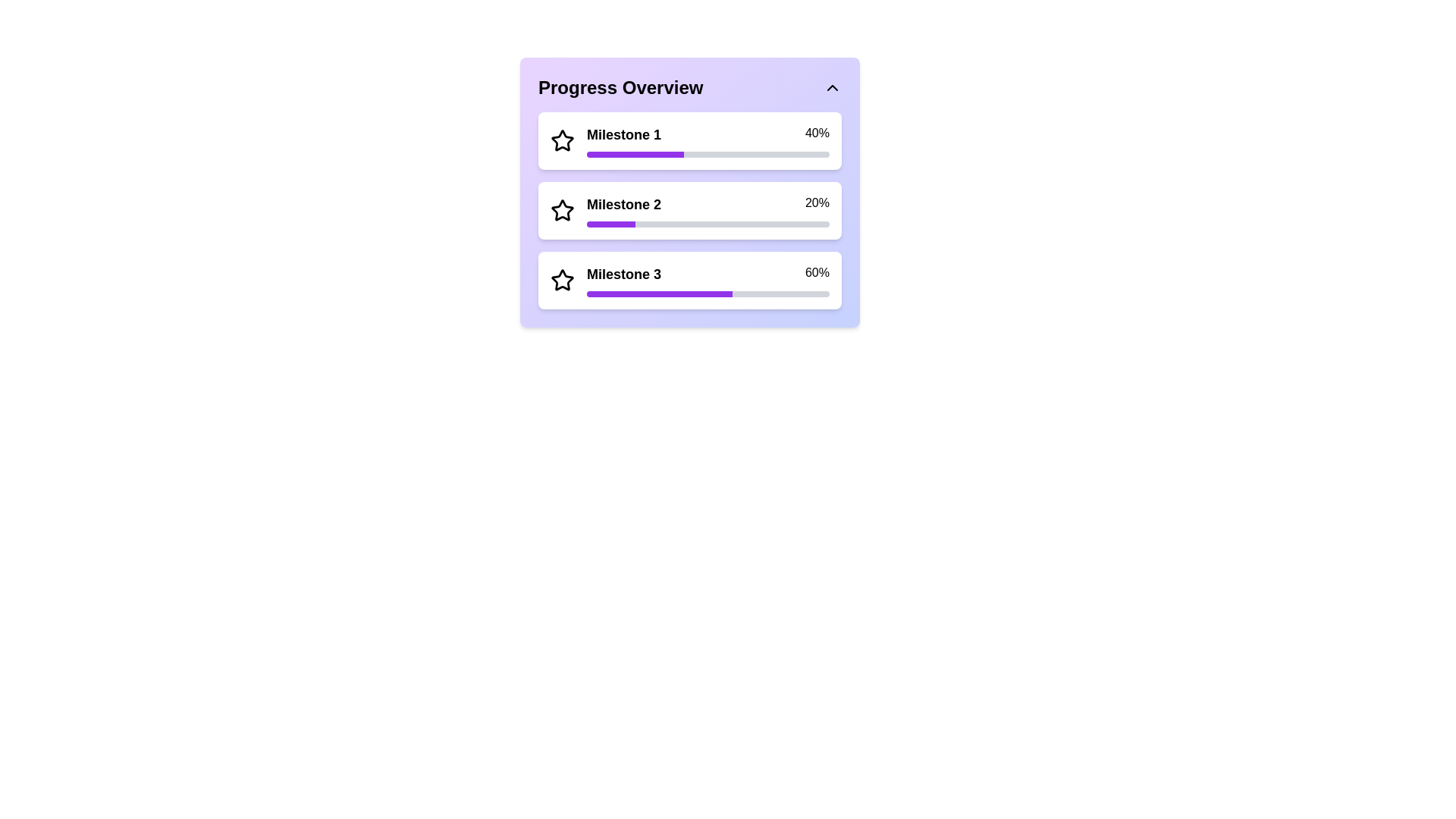 The image size is (1456, 819). Describe the element at coordinates (708, 210) in the screenshot. I see `the progress bar for 'Milestone 2'` at that location.